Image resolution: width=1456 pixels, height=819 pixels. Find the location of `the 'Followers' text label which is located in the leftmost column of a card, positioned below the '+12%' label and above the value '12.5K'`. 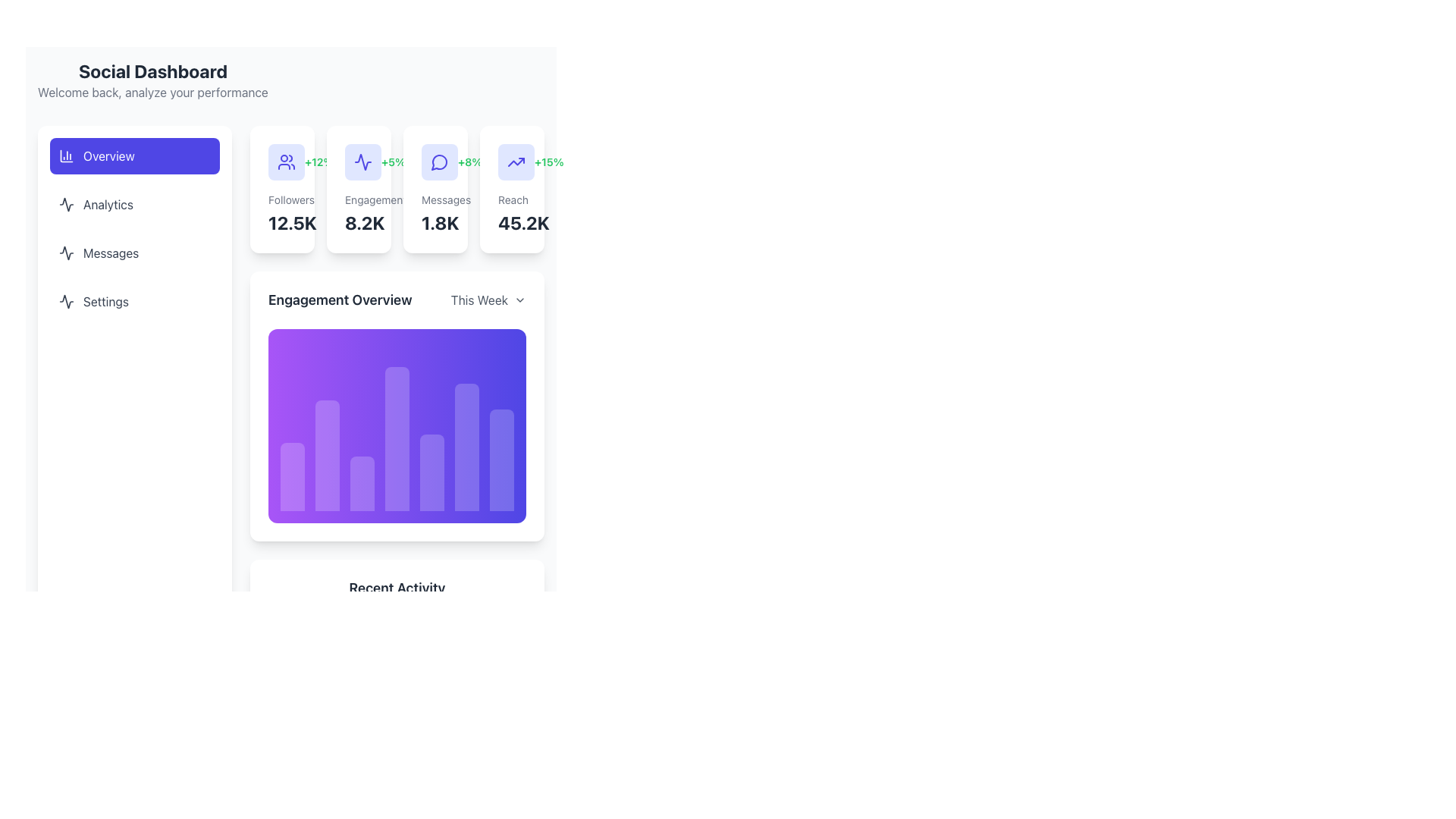

the 'Followers' text label which is located in the leftmost column of a card, positioned below the '+12%' label and above the value '12.5K' is located at coordinates (282, 199).